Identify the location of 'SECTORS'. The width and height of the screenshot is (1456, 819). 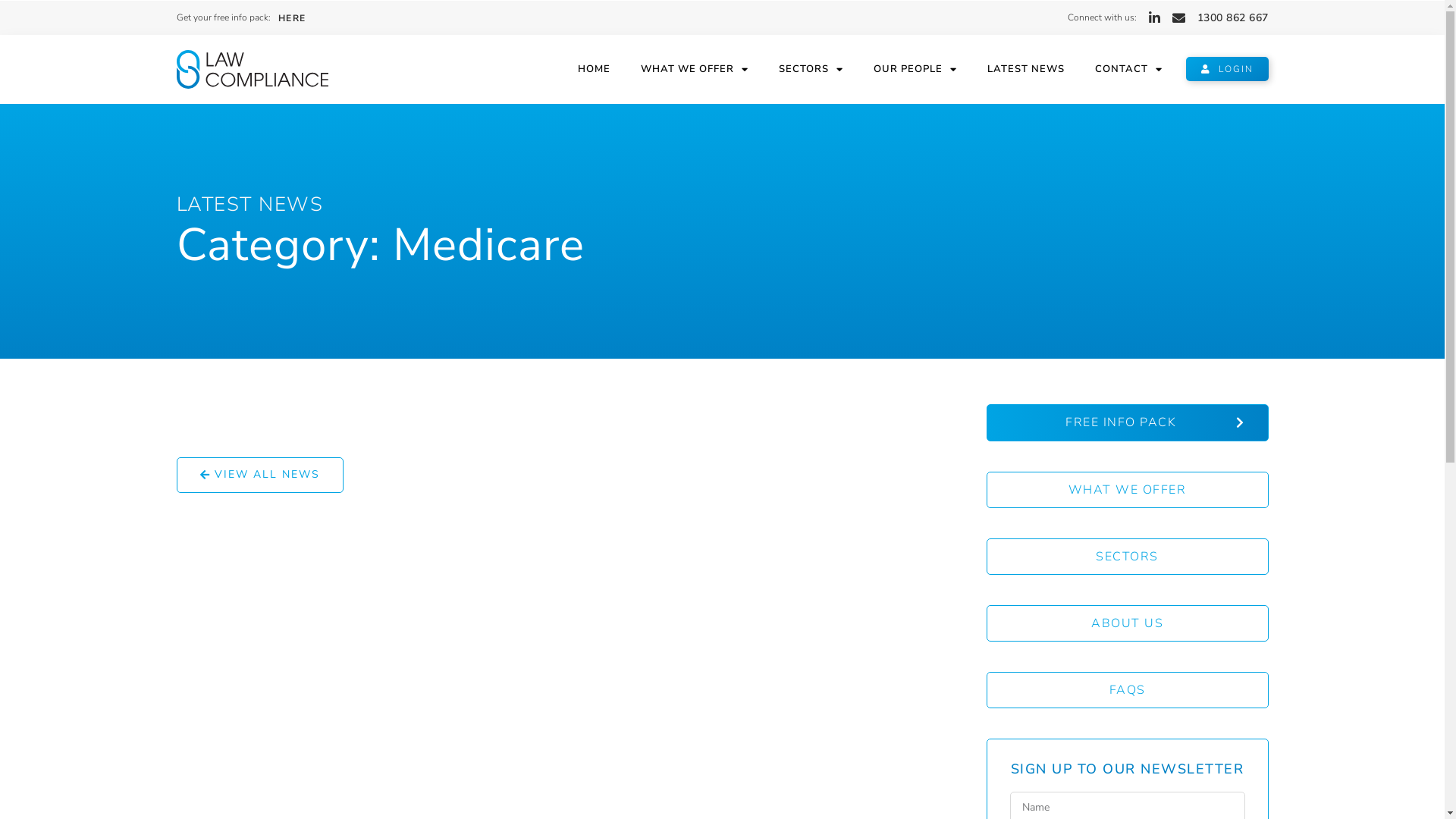
(1127, 556).